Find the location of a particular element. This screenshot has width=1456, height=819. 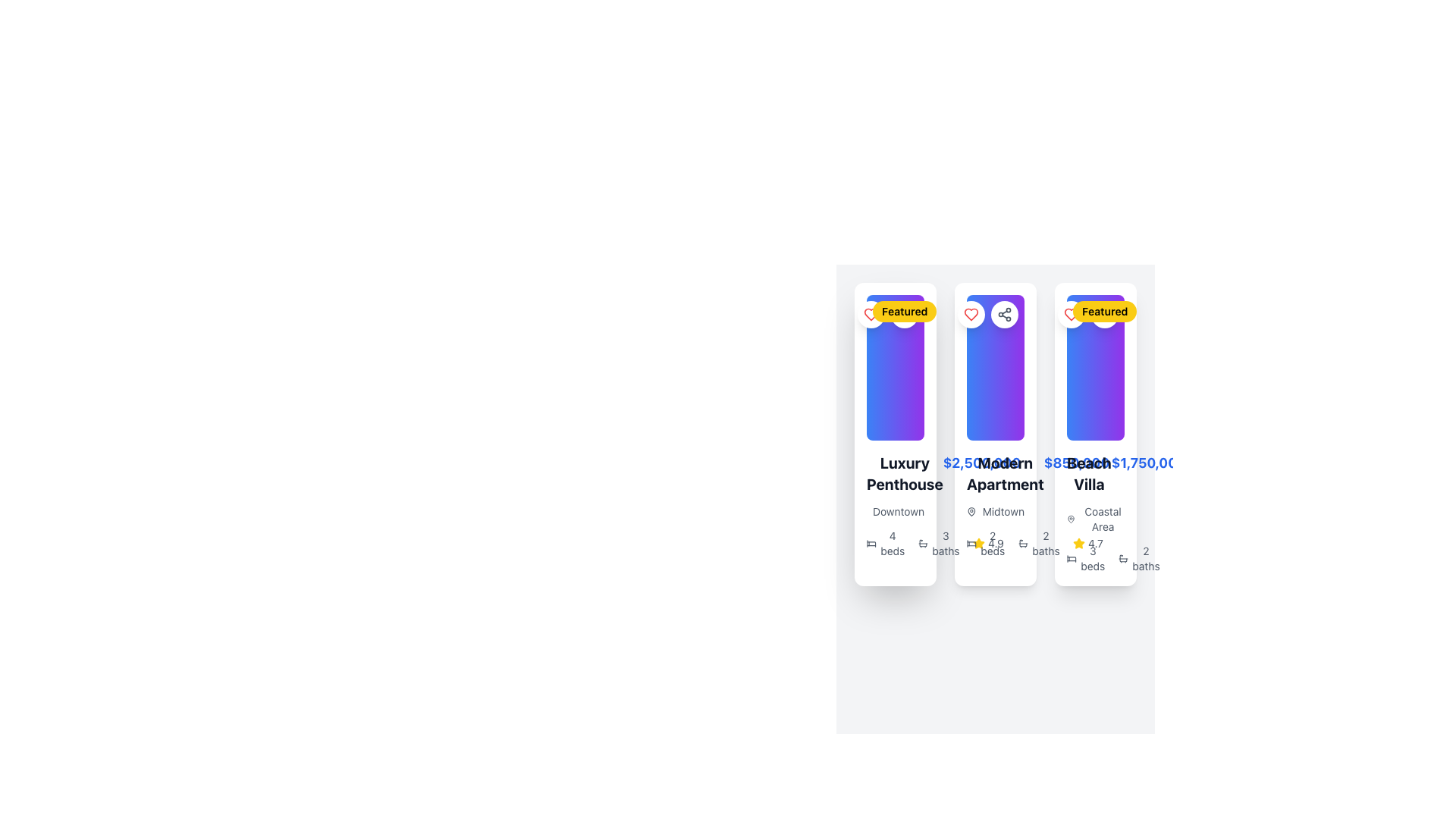

the red-bordered heart-shaped icon located in the top-right corner of the 'Beach Villa' card is located at coordinates (971, 314).